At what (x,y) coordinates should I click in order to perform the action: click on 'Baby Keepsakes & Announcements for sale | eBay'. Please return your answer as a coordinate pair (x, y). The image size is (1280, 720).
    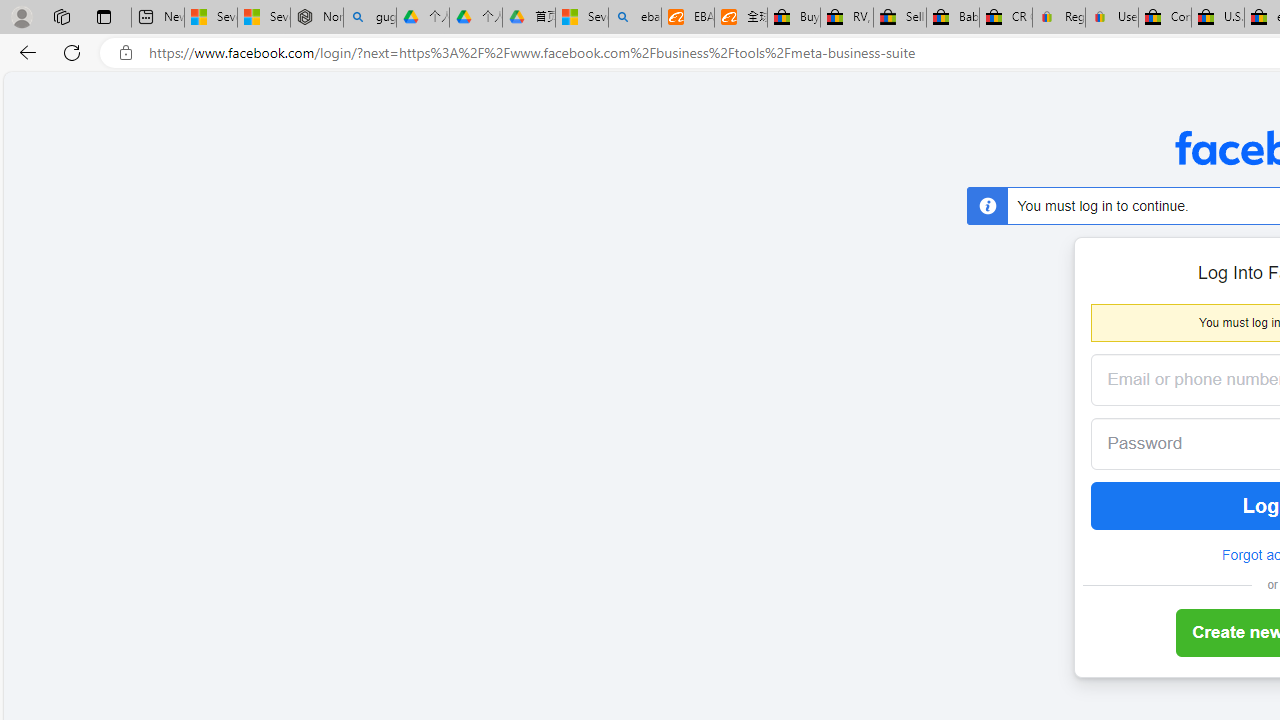
    Looking at the image, I should click on (951, 17).